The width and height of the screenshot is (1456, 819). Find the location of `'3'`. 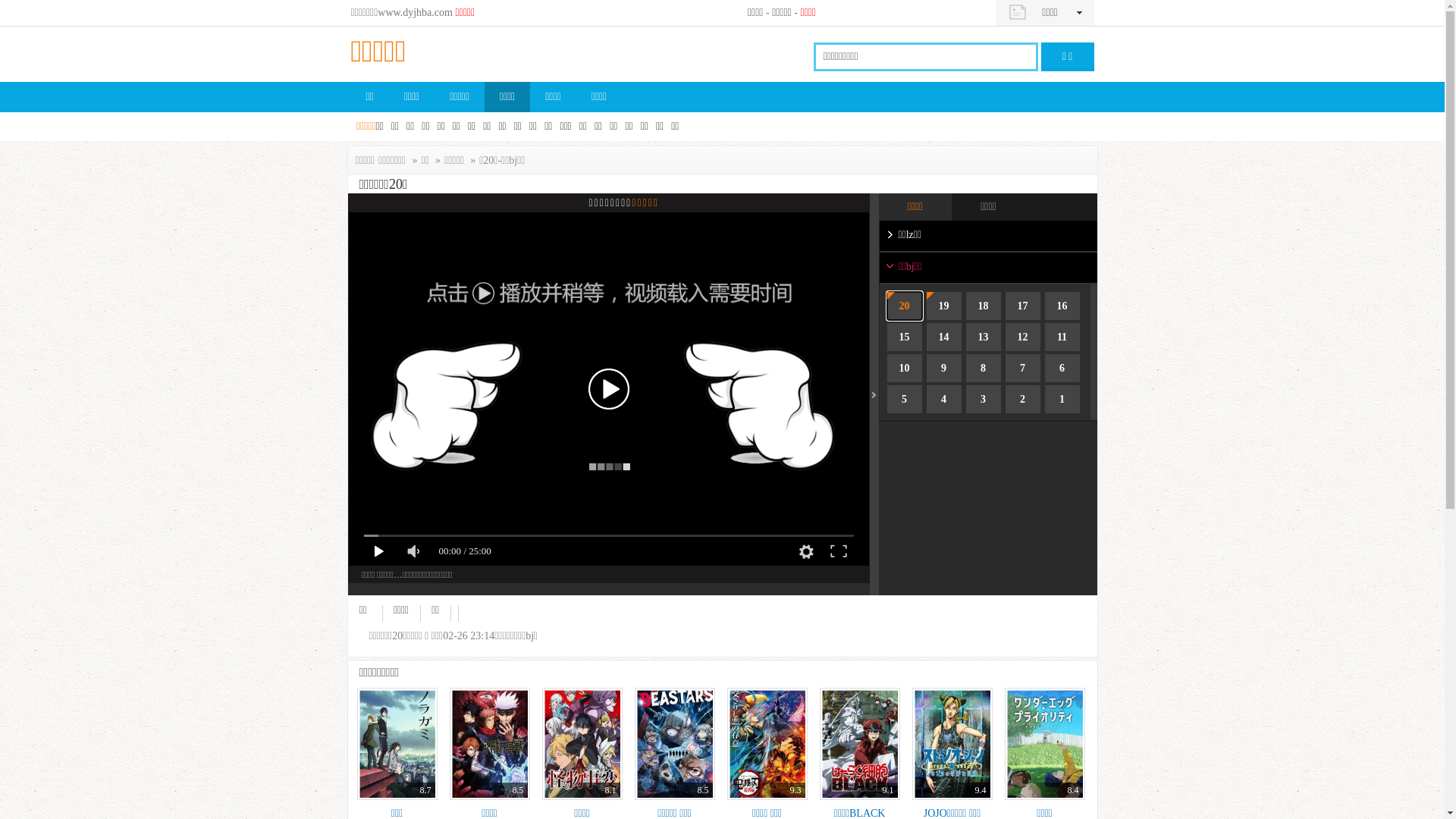

'3' is located at coordinates (983, 398).